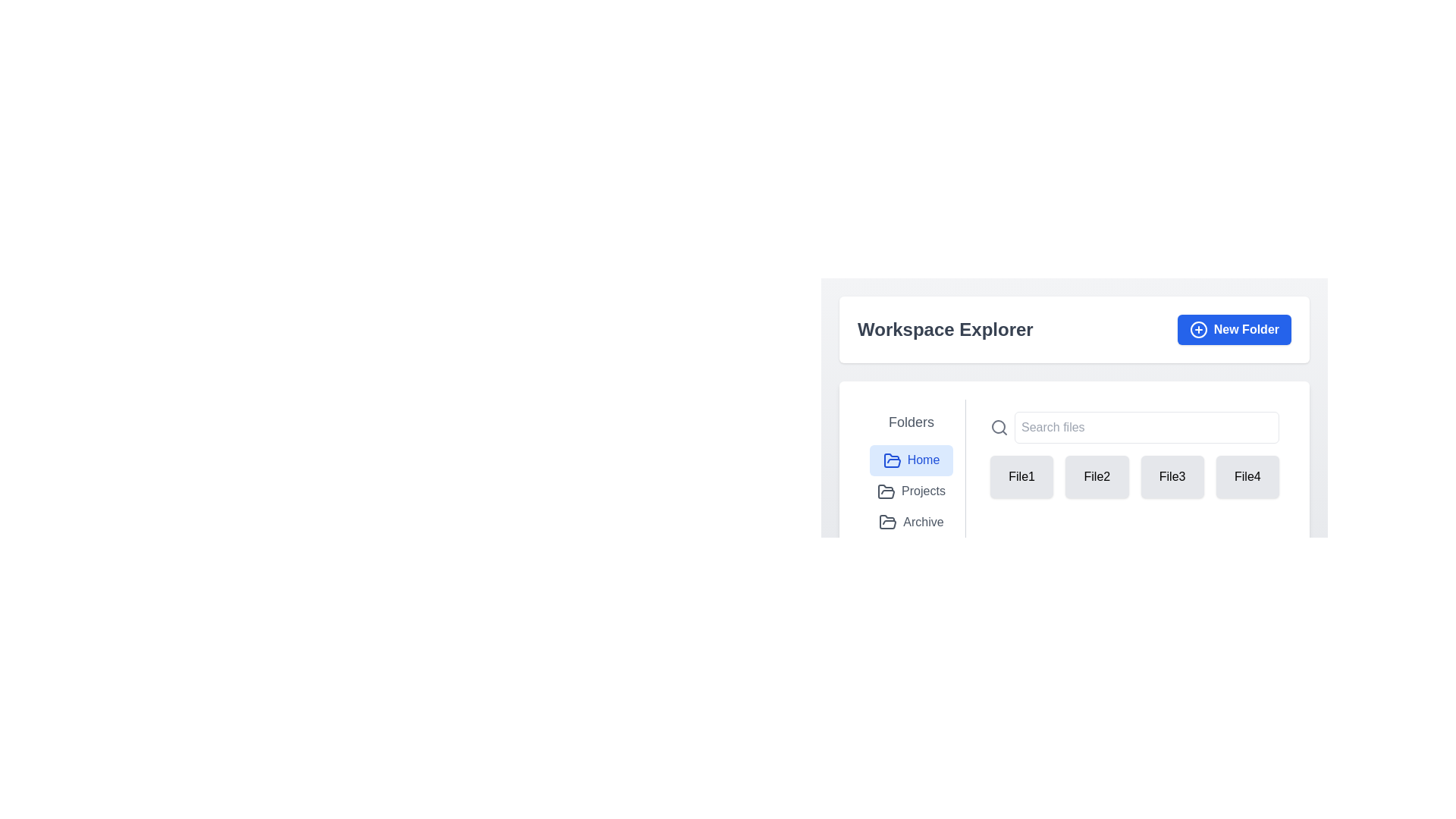  I want to click on the 'Projects' folder navigation item in the workspace, so click(910, 491).